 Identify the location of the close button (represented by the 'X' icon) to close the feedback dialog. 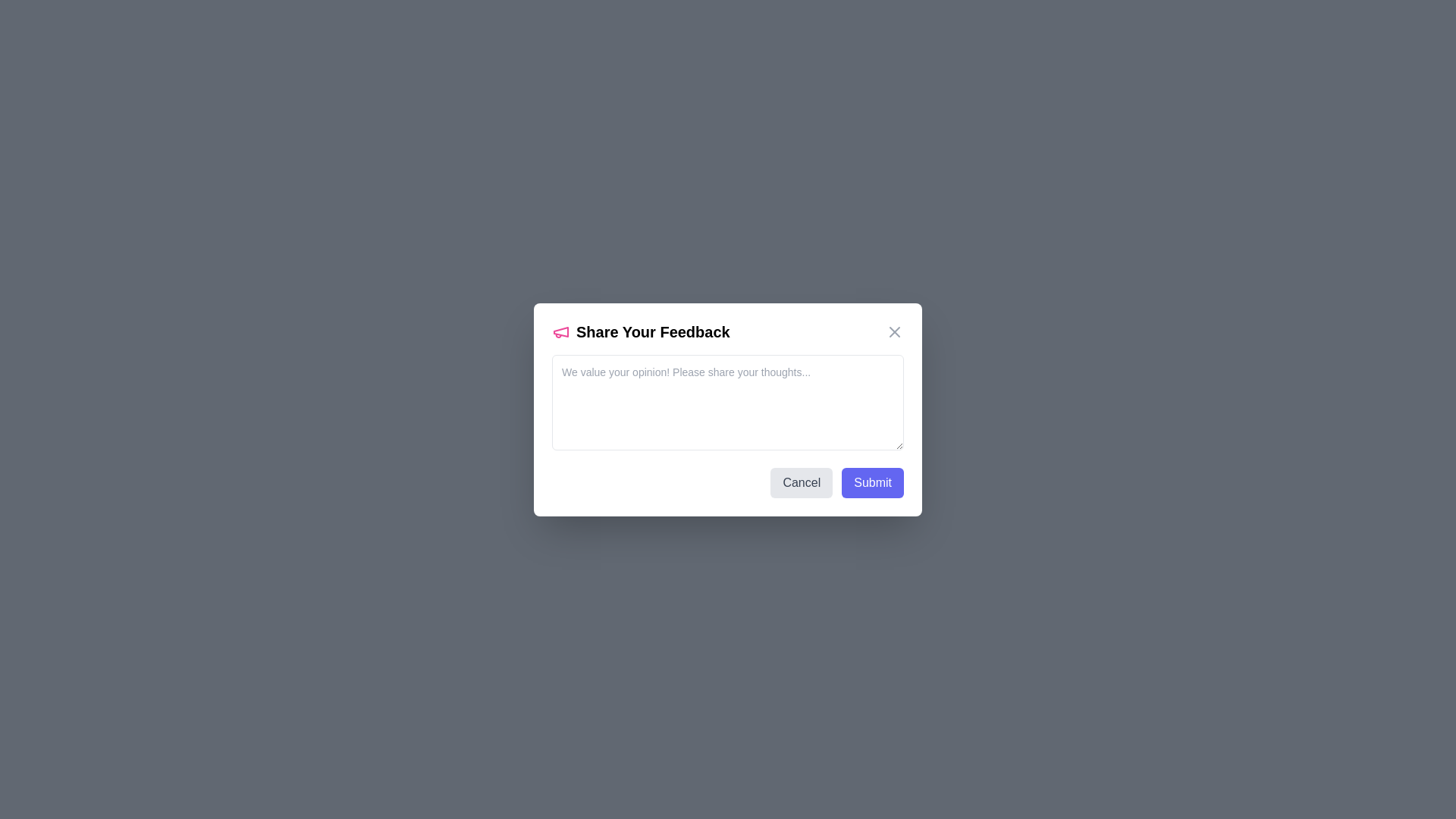
(895, 331).